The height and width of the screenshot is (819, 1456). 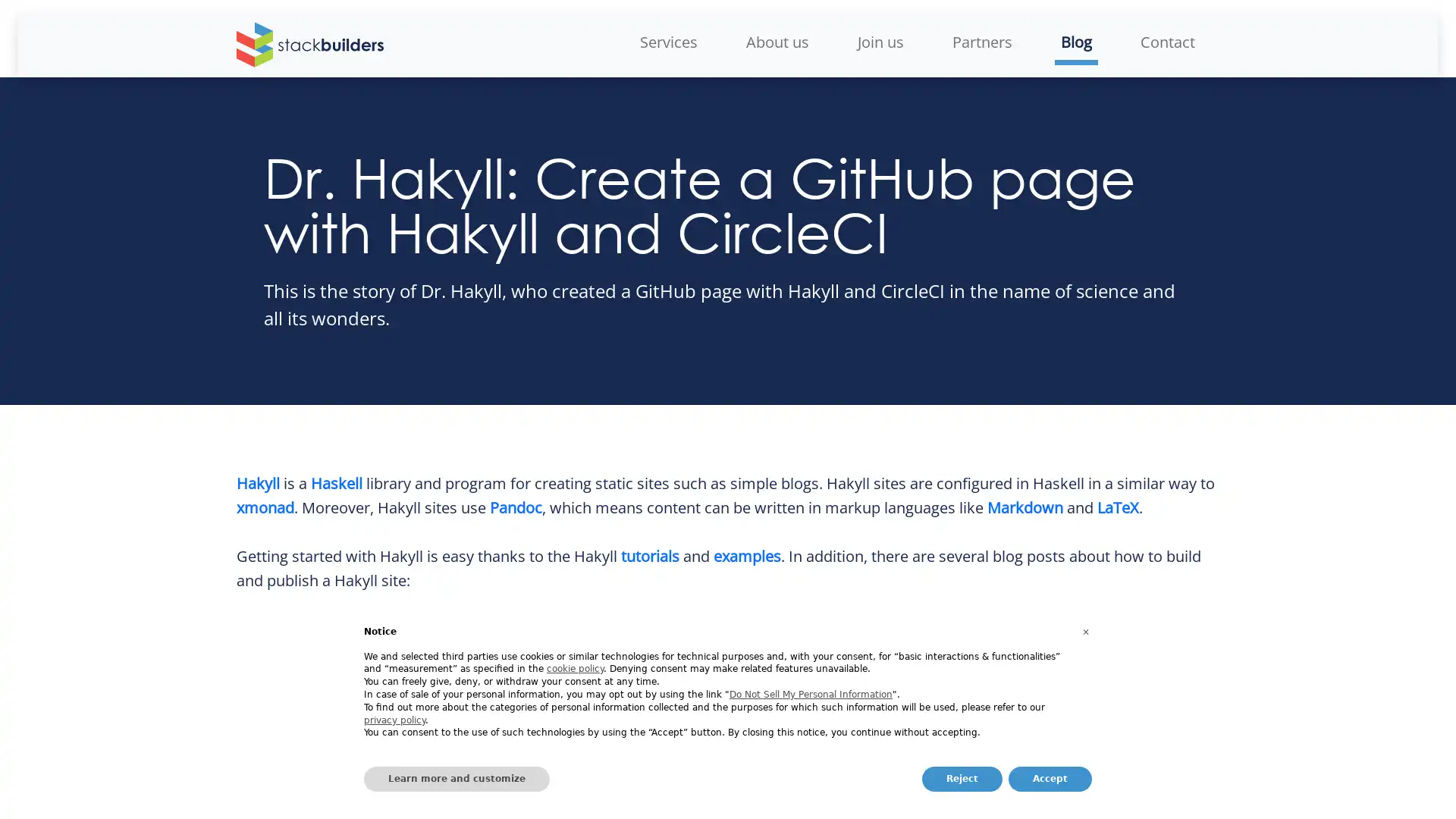 I want to click on Learn more and customize, so click(x=456, y=779).